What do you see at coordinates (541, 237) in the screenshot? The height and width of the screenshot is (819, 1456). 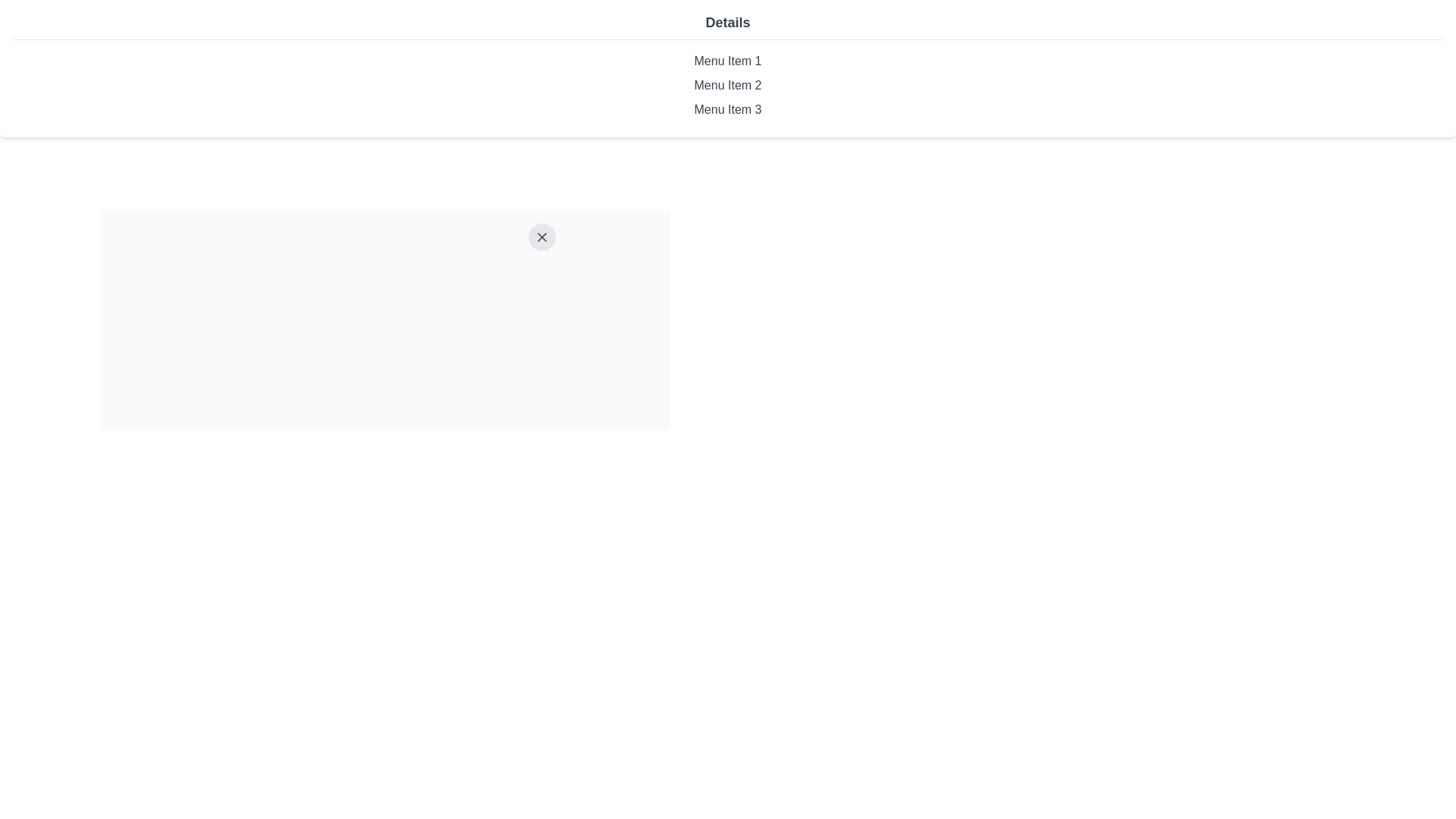 I see `the SVG cross icon inside the gray circular button located at the top-right corner of the white rectangular area` at bounding box center [541, 237].